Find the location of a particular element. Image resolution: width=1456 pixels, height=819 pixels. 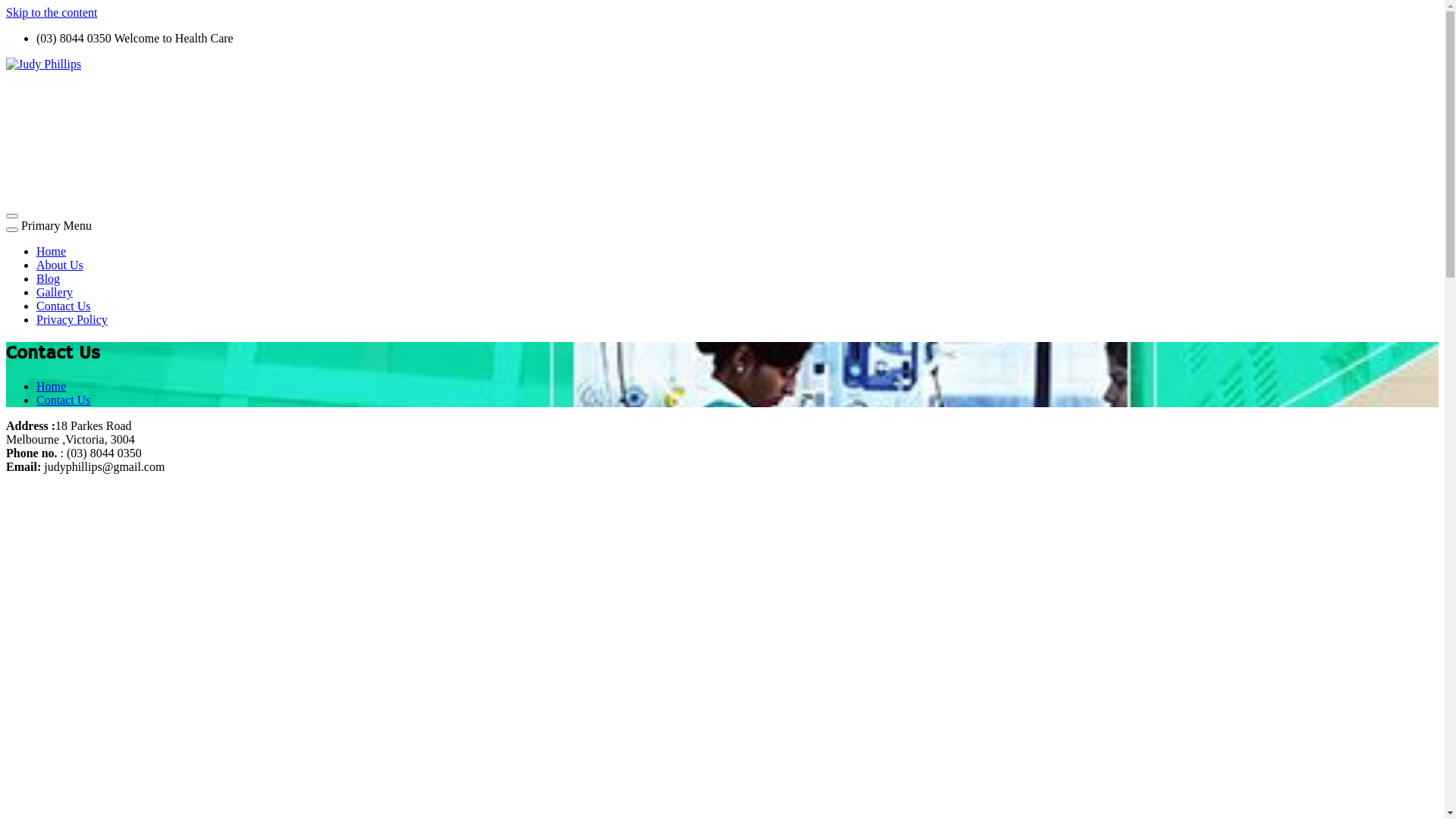

'Blog' is located at coordinates (48, 278).